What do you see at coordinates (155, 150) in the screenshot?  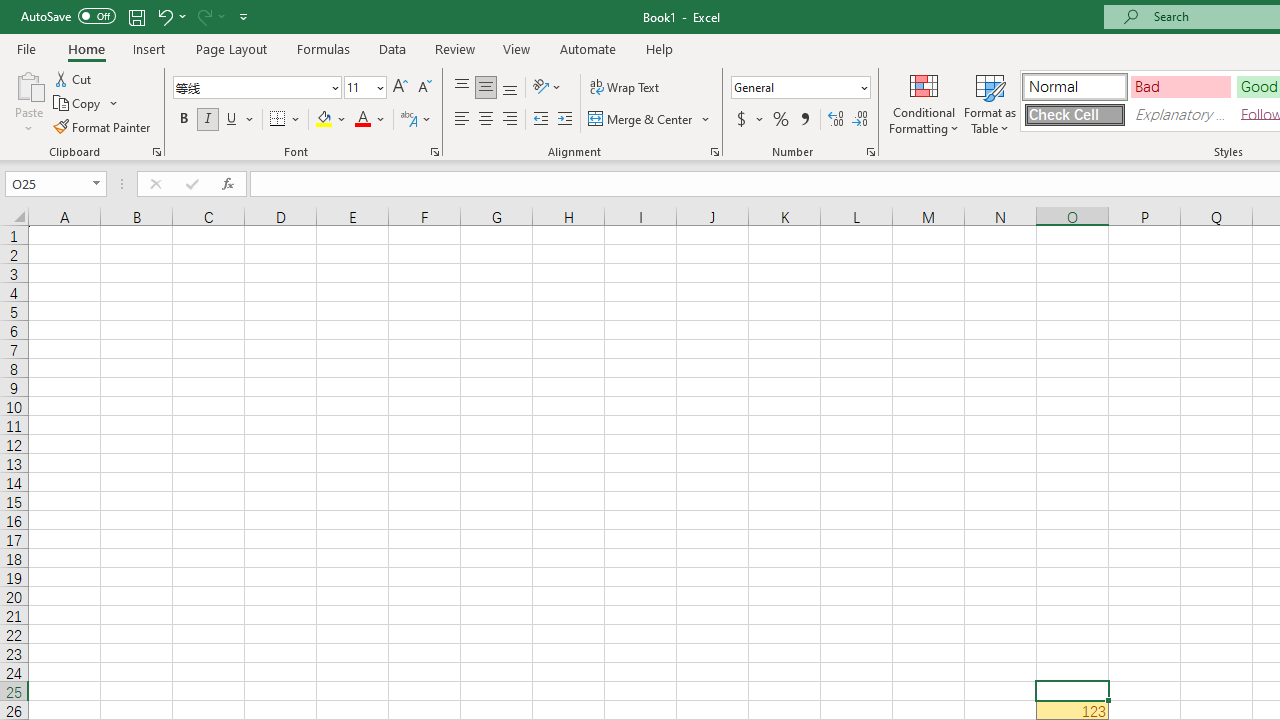 I see `'Office Clipboard...'` at bounding box center [155, 150].